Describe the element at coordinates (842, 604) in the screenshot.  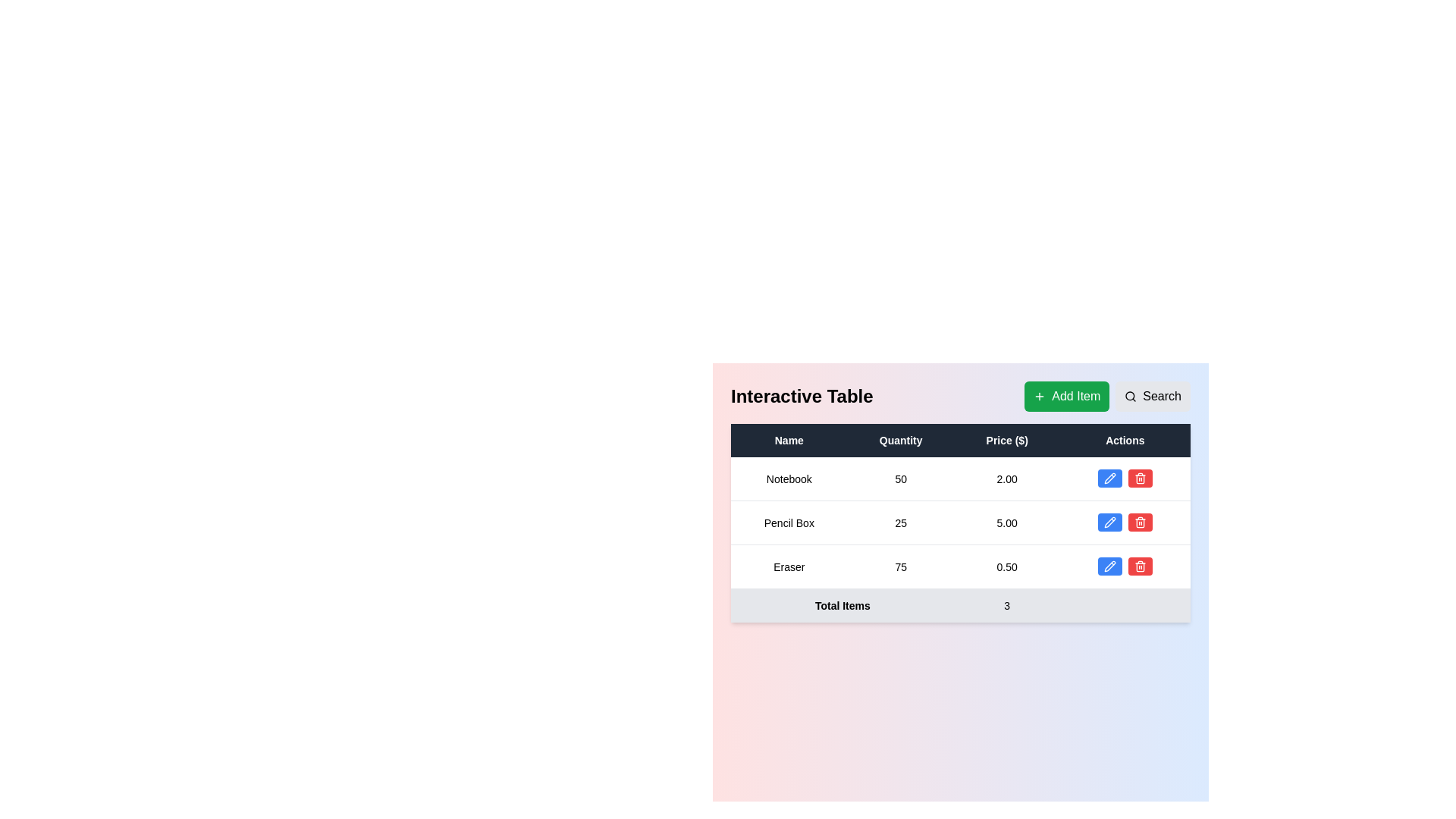
I see `the 'Total Items' static text label located in the footer of the data table, which is styled in bold and centered alignment` at that location.